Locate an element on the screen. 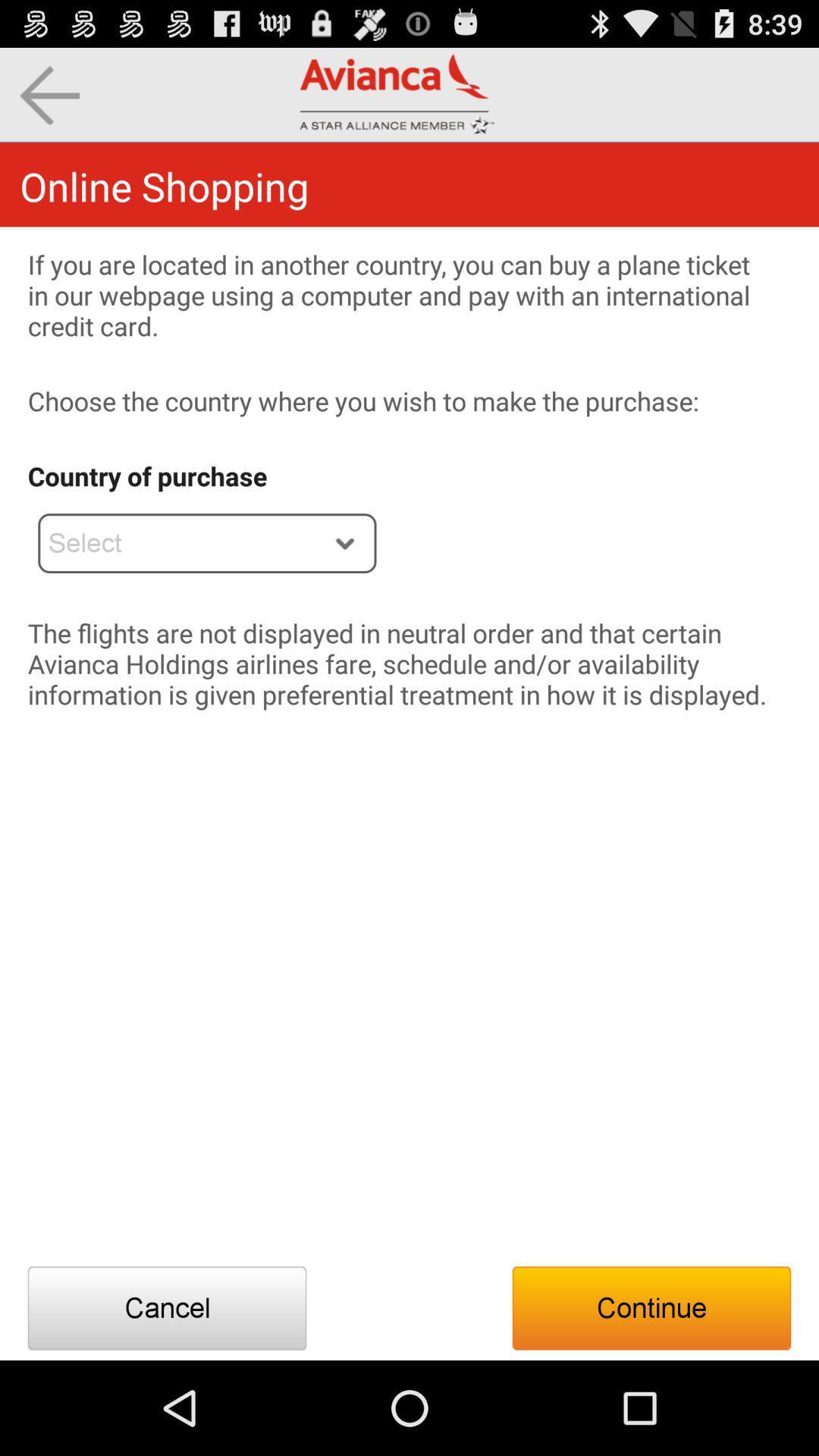 The height and width of the screenshot is (1456, 819). the item above the flights are is located at coordinates (207, 543).